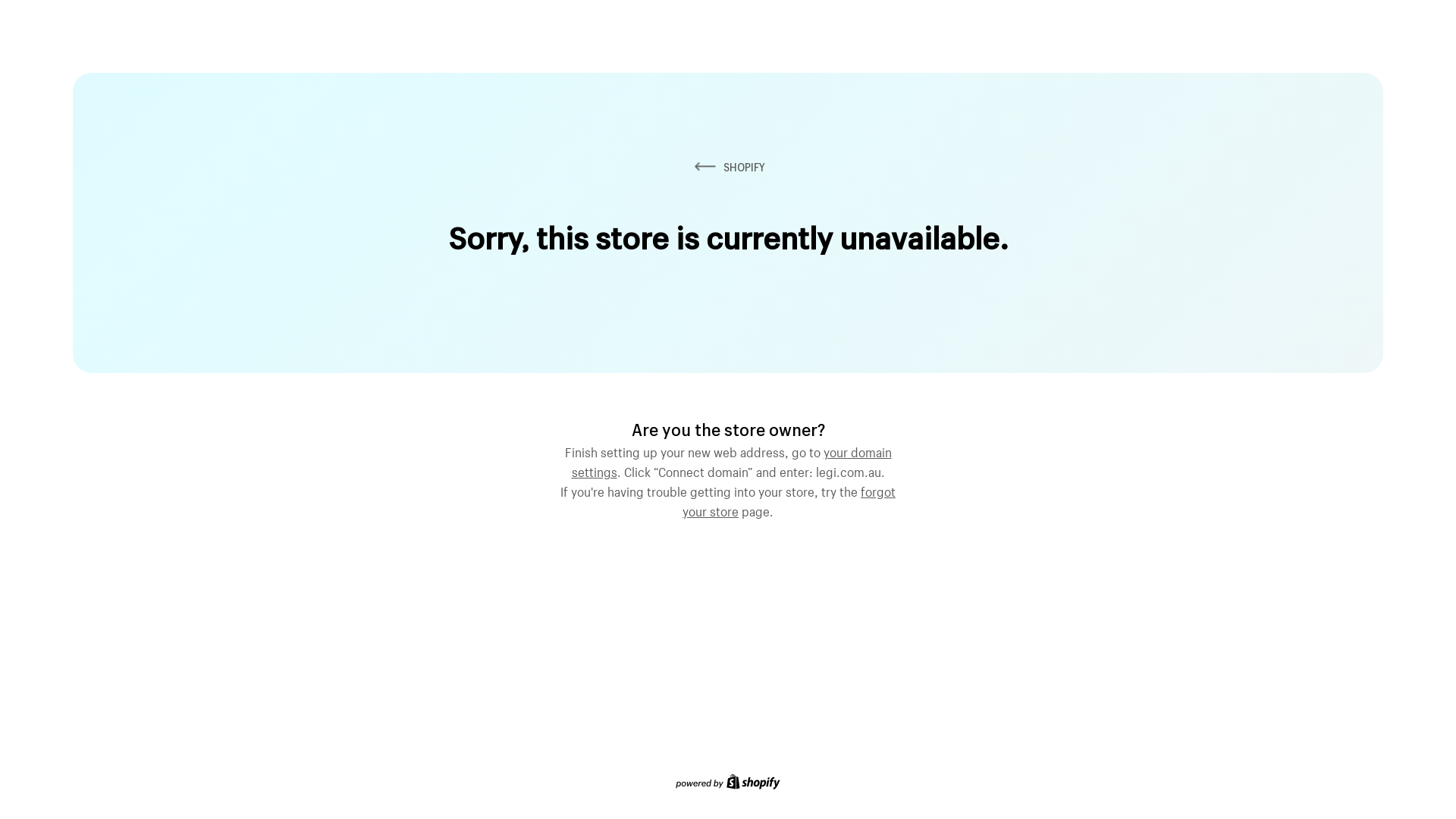 The height and width of the screenshot is (819, 1456). Describe the element at coordinates (690, 167) in the screenshot. I see `'SHOPIFY'` at that location.